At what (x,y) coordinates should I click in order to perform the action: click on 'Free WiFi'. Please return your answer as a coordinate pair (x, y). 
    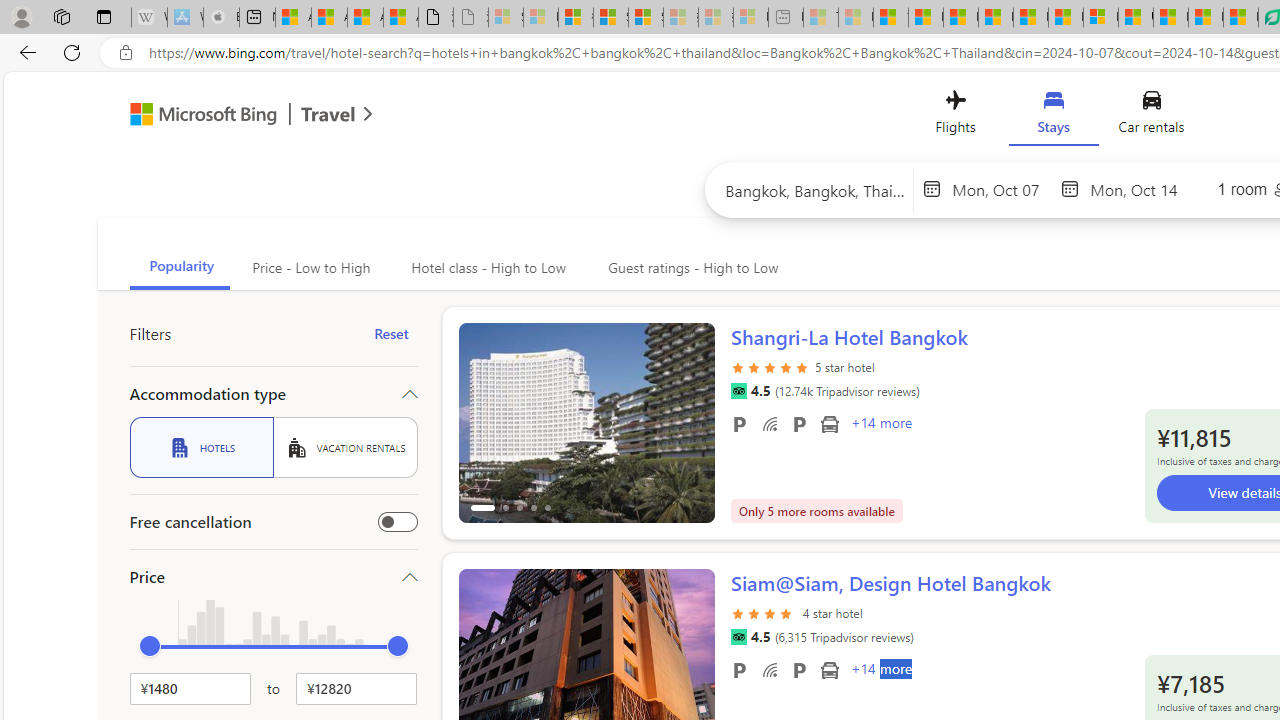
    Looking at the image, I should click on (768, 669).